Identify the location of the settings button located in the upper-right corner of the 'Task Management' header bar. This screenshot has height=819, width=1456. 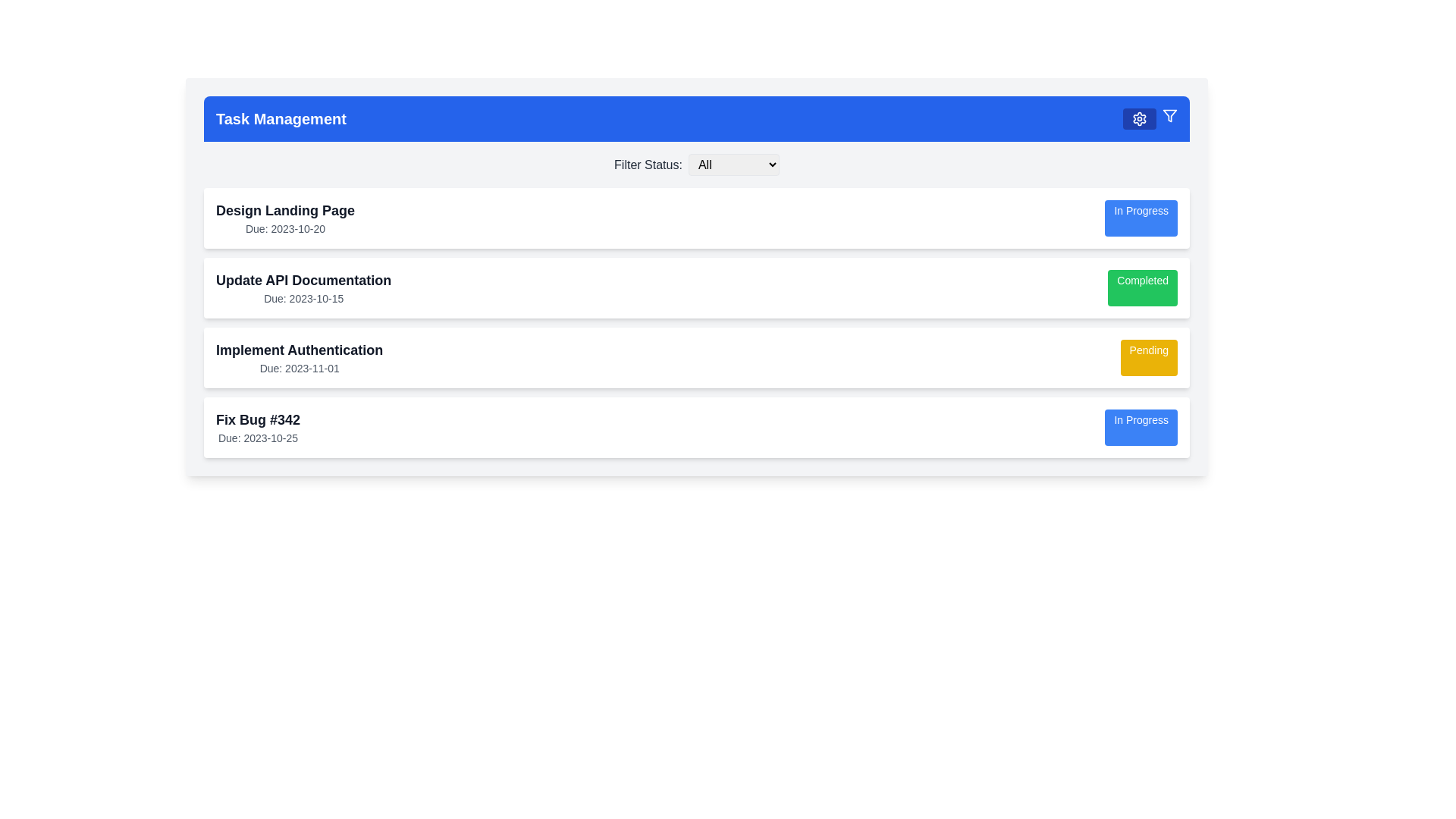
(1150, 118).